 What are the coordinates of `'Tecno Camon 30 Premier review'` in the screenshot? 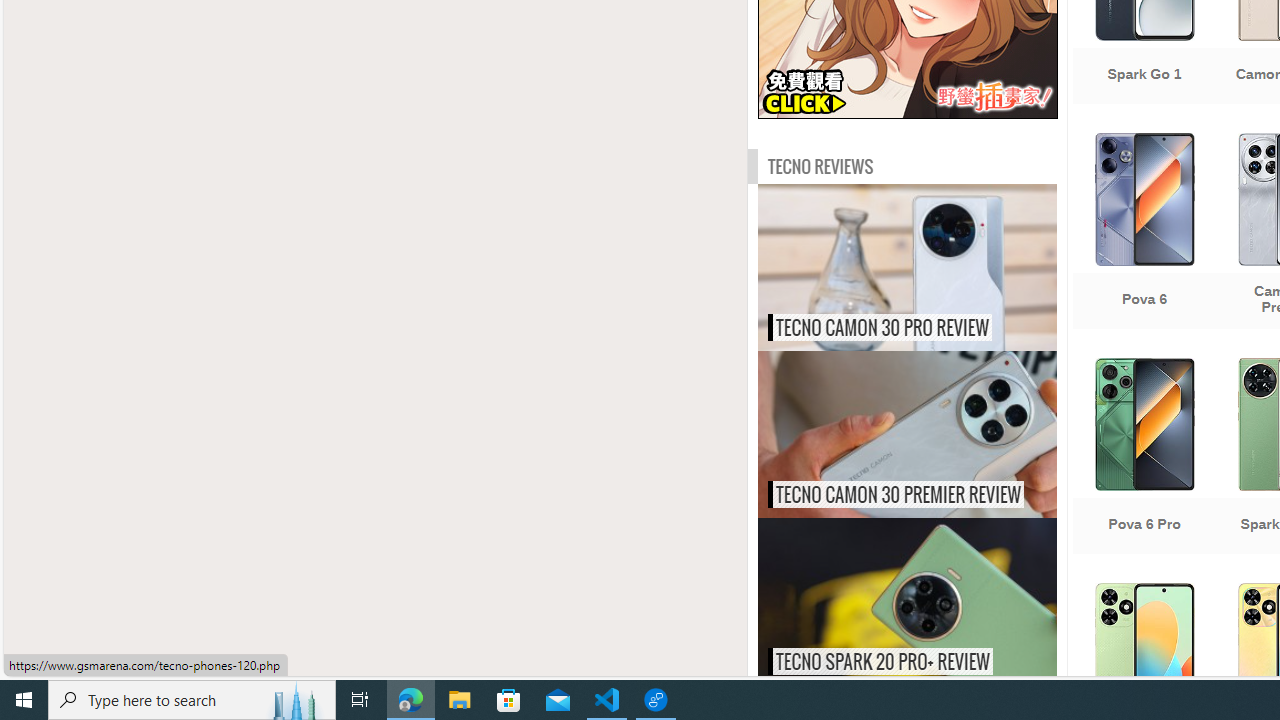 It's located at (948, 433).